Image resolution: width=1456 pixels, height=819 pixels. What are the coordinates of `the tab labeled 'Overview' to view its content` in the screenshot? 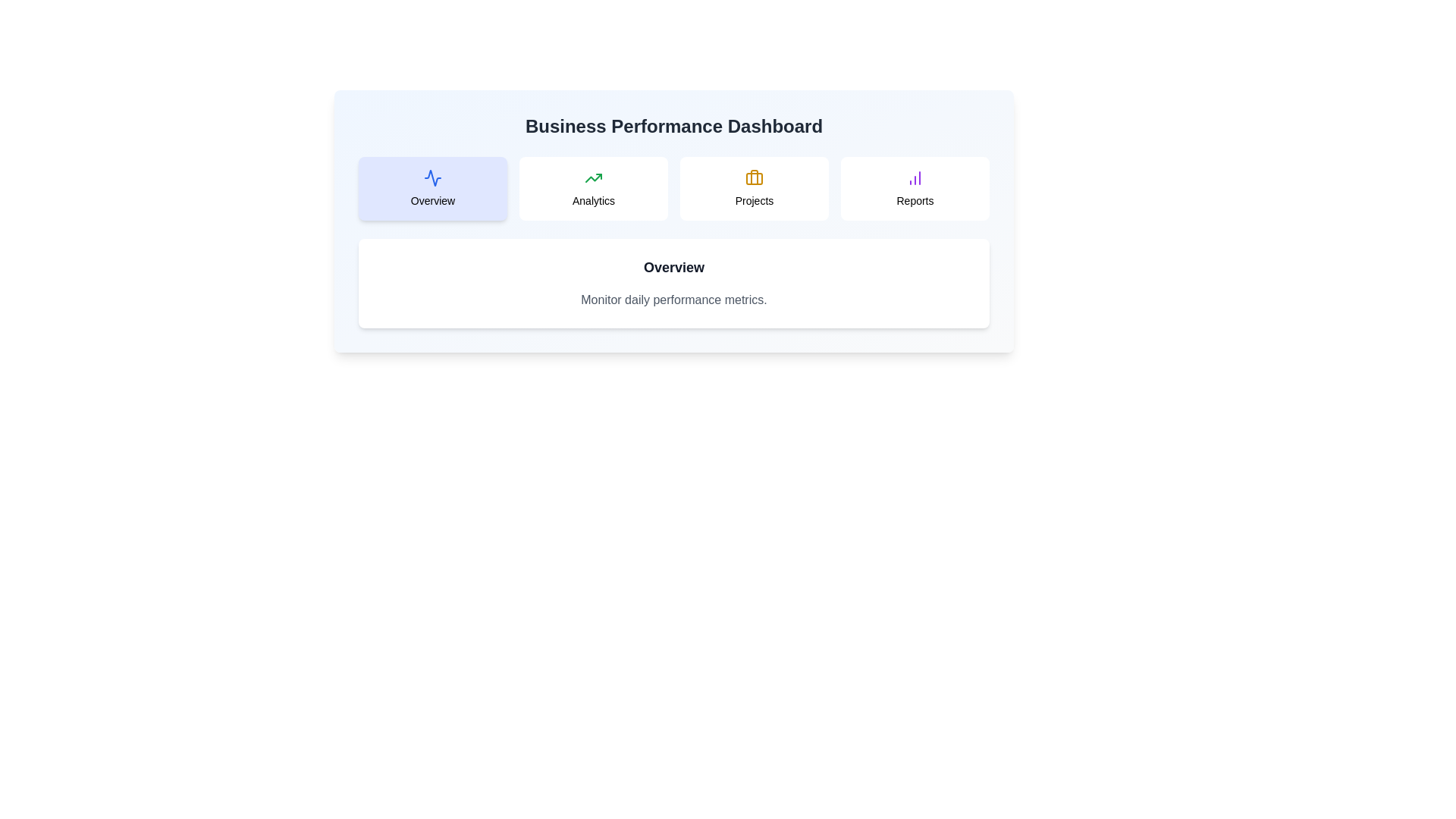 It's located at (432, 188).